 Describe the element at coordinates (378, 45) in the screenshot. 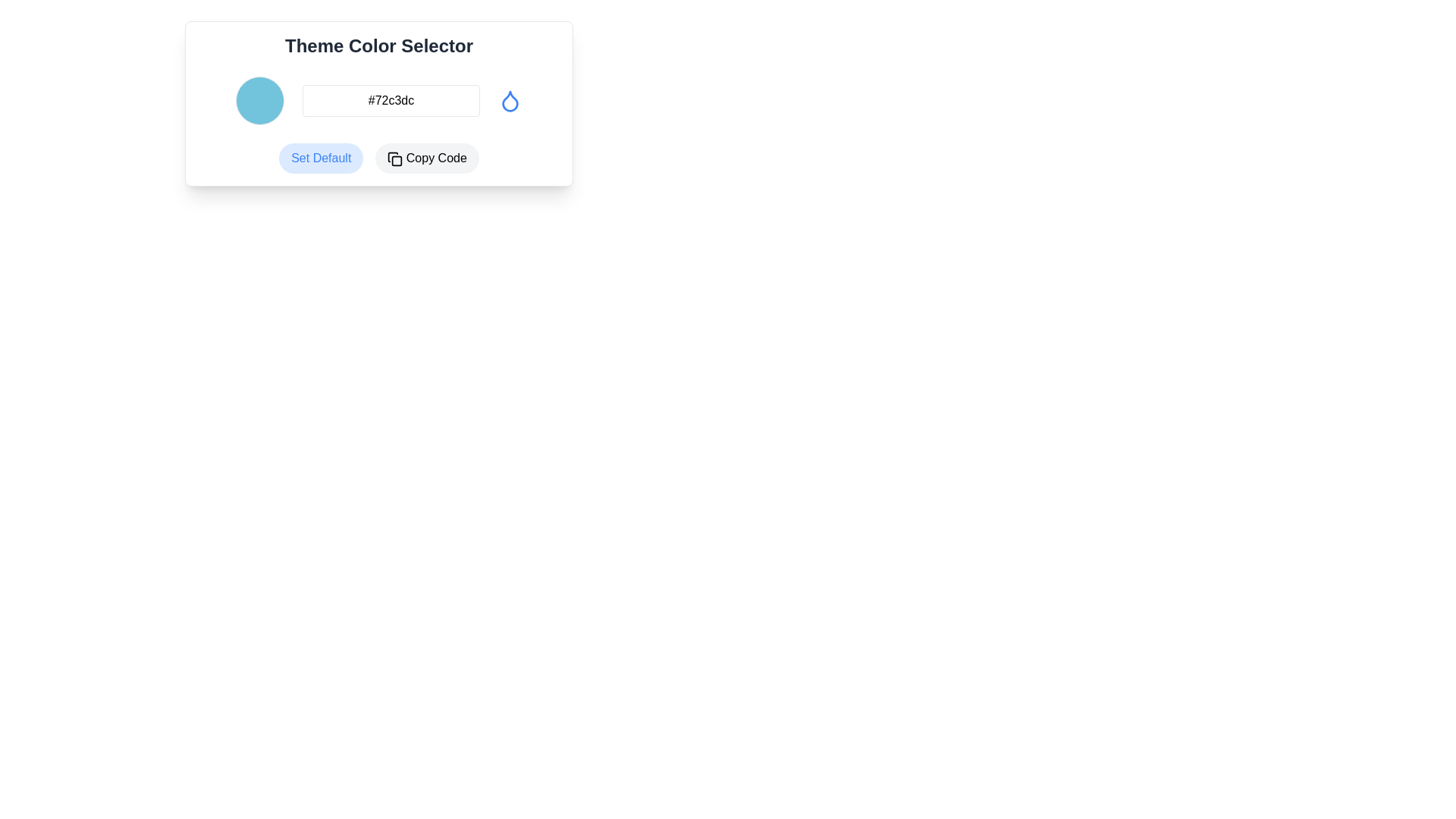

I see `the Header text at the top of the theme color selection interface` at that location.